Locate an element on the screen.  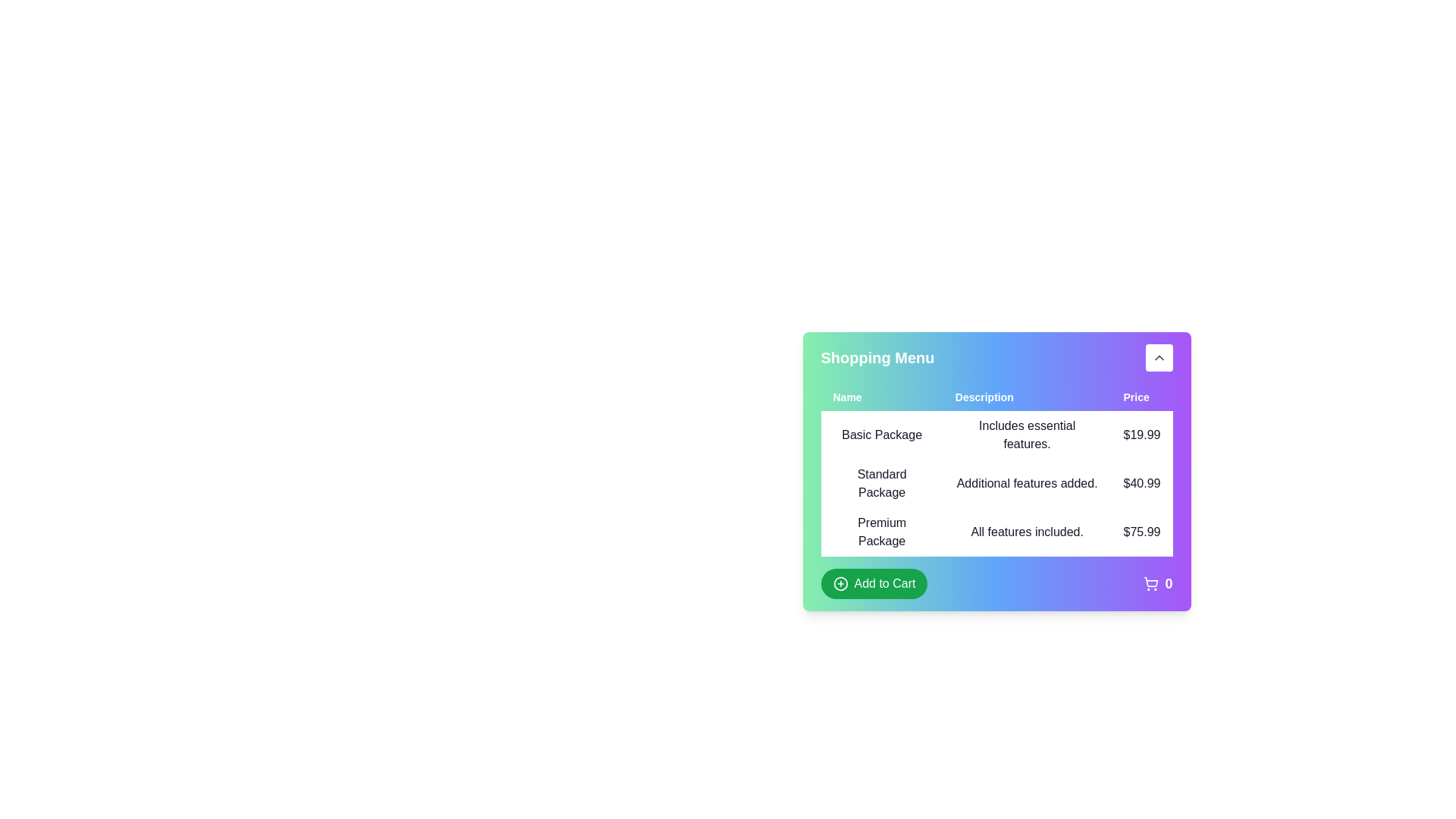
the second row of the table in the shopping menu, which contains the text 'Standard Package', 'Additional features added.', and '$40.99' is located at coordinates (996, 483).